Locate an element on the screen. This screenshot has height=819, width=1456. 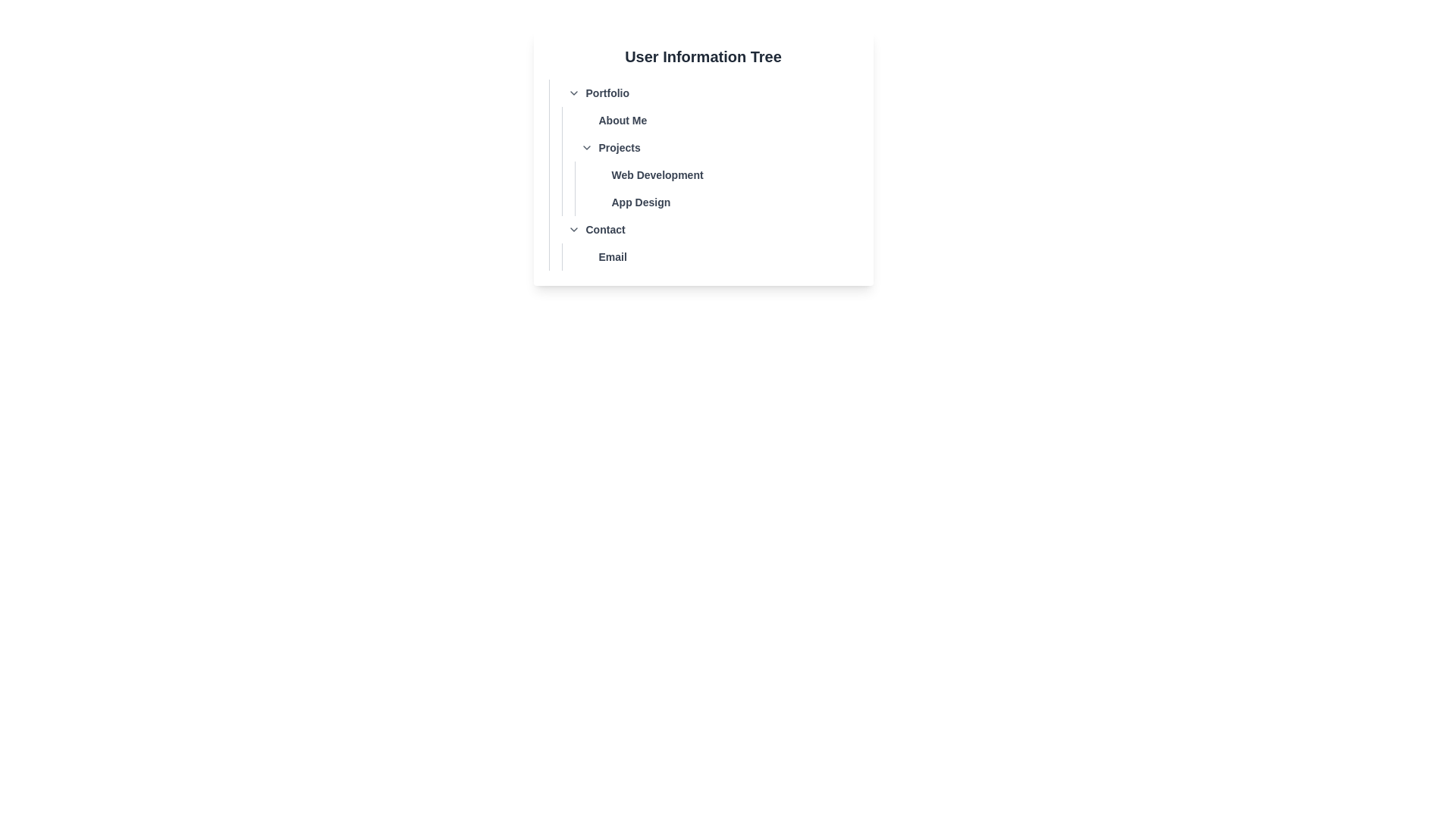
the 'Projects' text label, which is a bold gray menu item in the user information tree interface, to interact with the menu it represents is located at coordinates (620, 148).